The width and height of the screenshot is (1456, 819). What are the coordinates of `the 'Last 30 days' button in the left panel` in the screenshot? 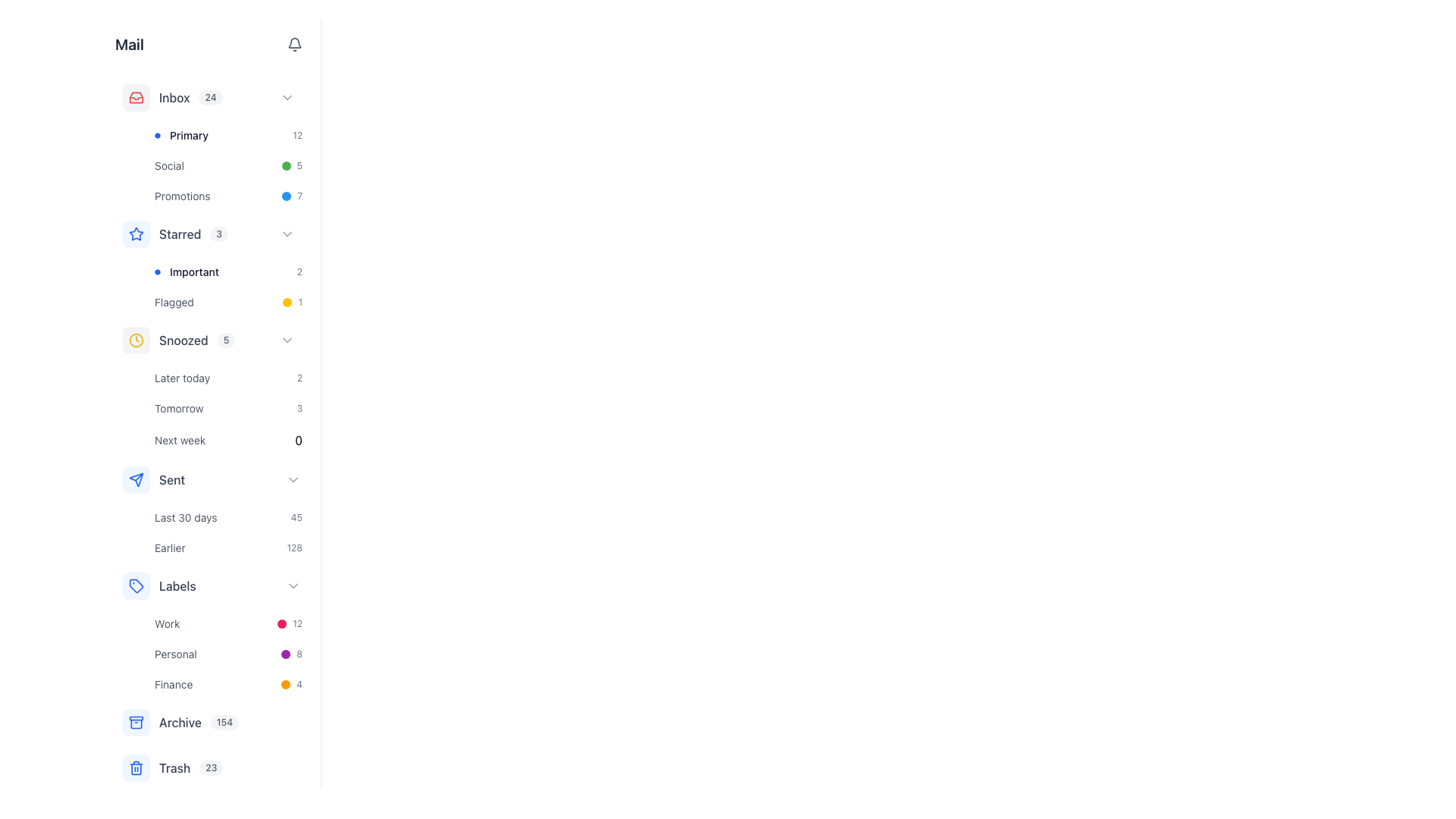 It's located at (227, 516).